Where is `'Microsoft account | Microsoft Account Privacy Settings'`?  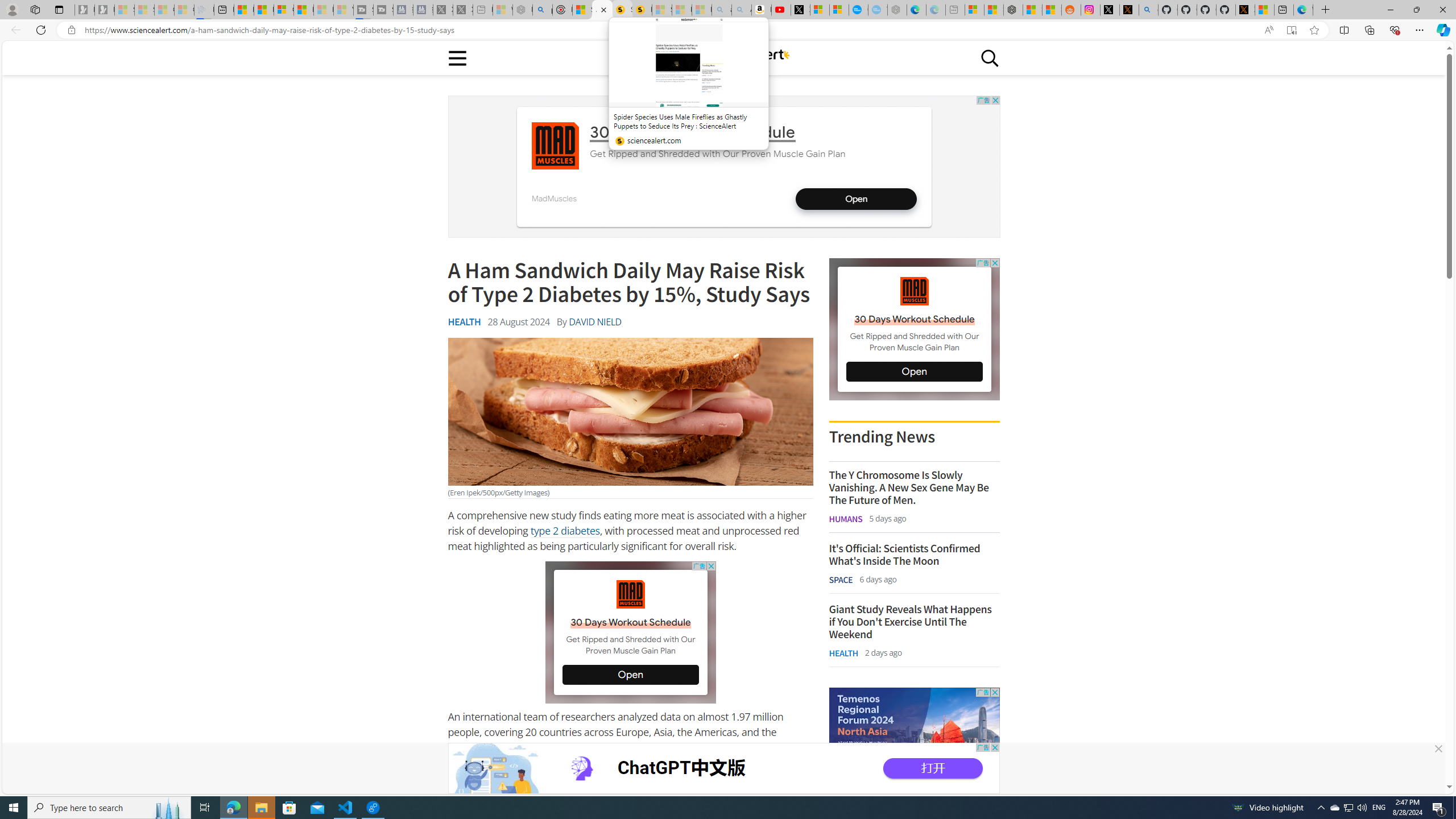
'Microsoft account | Microsoft Account Privacy Settings' is located at coordinates (974, 9).